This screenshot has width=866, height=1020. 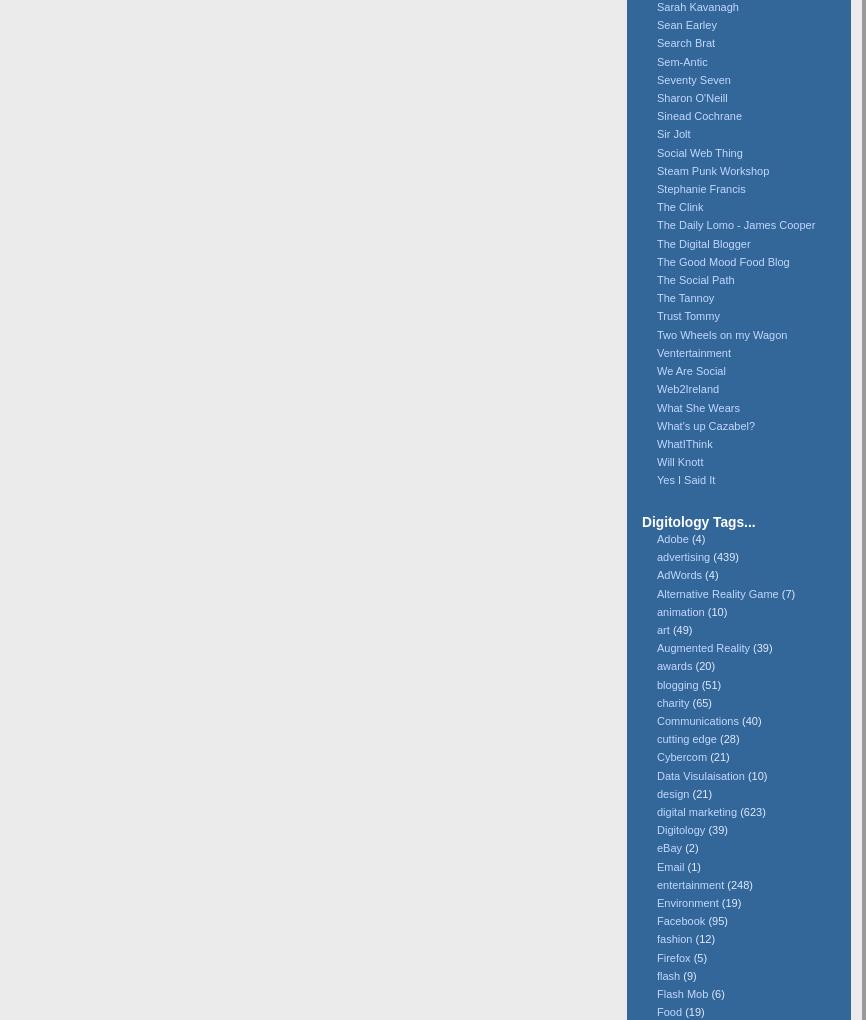 I want to click on 'The Good Mood Food Blog', so click(x=722, y=260).